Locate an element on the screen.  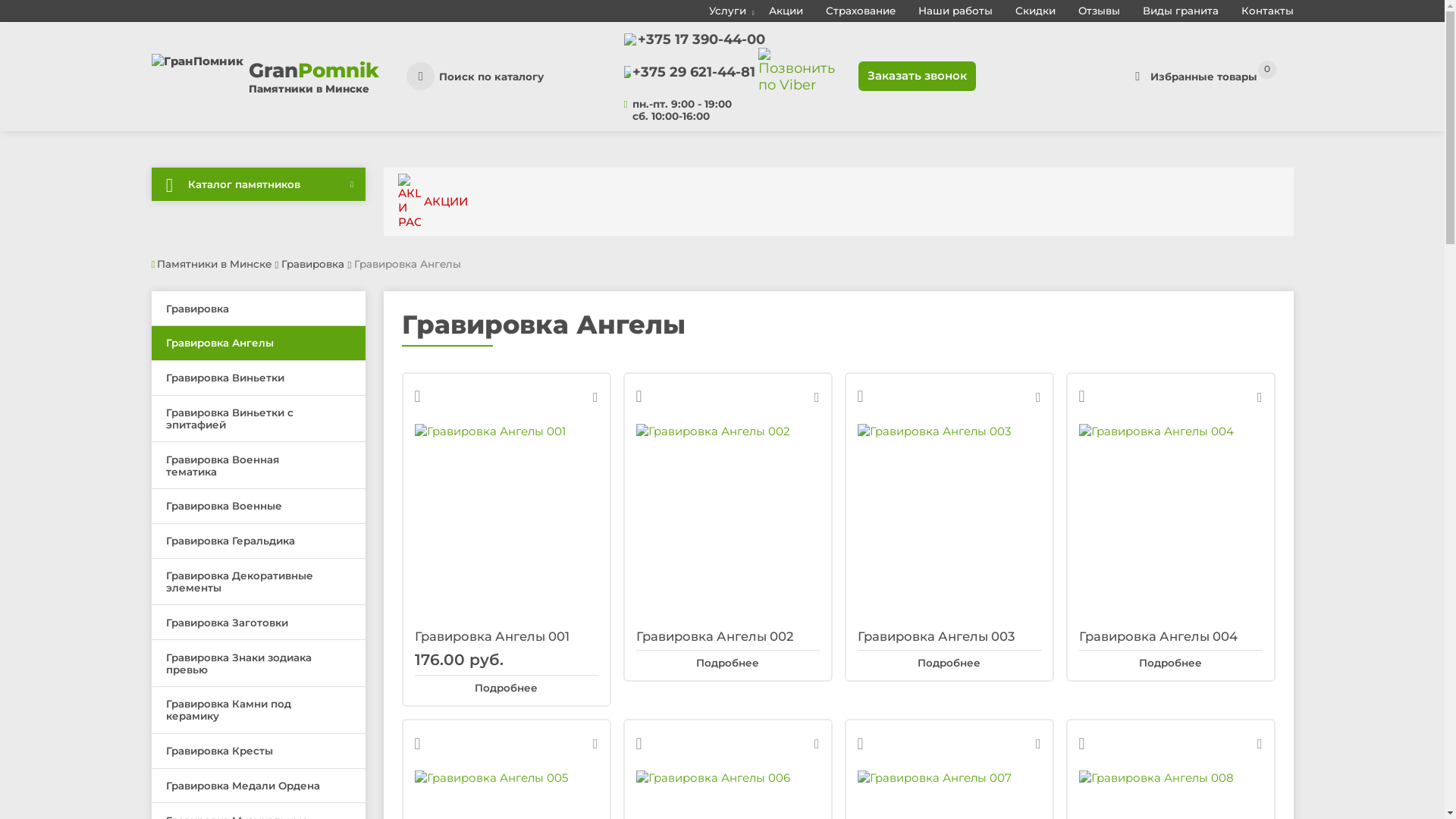
'+375 29 621-44-81' is located at coordinates (693, 72).